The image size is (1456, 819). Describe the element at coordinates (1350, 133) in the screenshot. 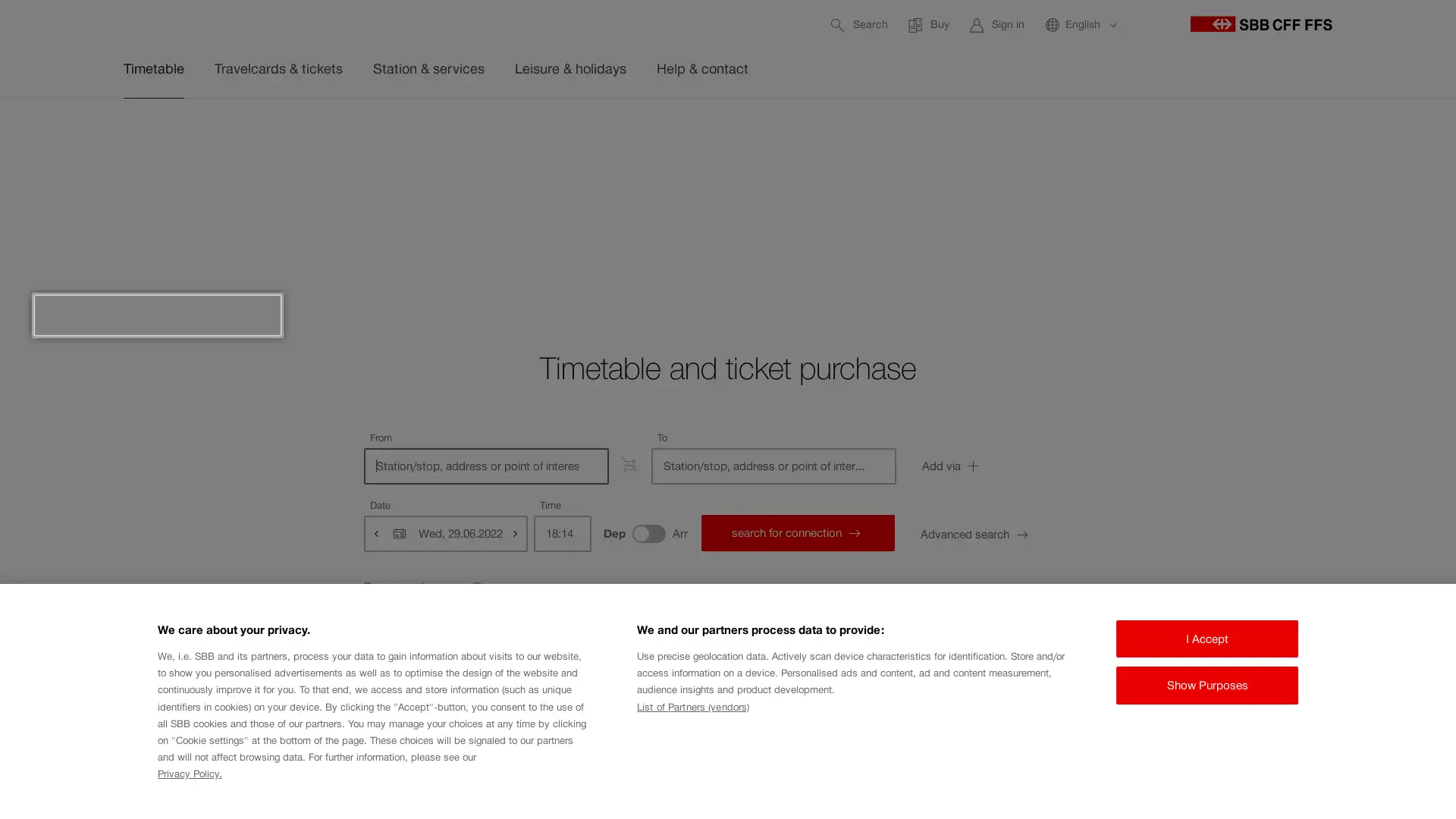

I see `Close active menu item Leisure & holidays.` at that location.